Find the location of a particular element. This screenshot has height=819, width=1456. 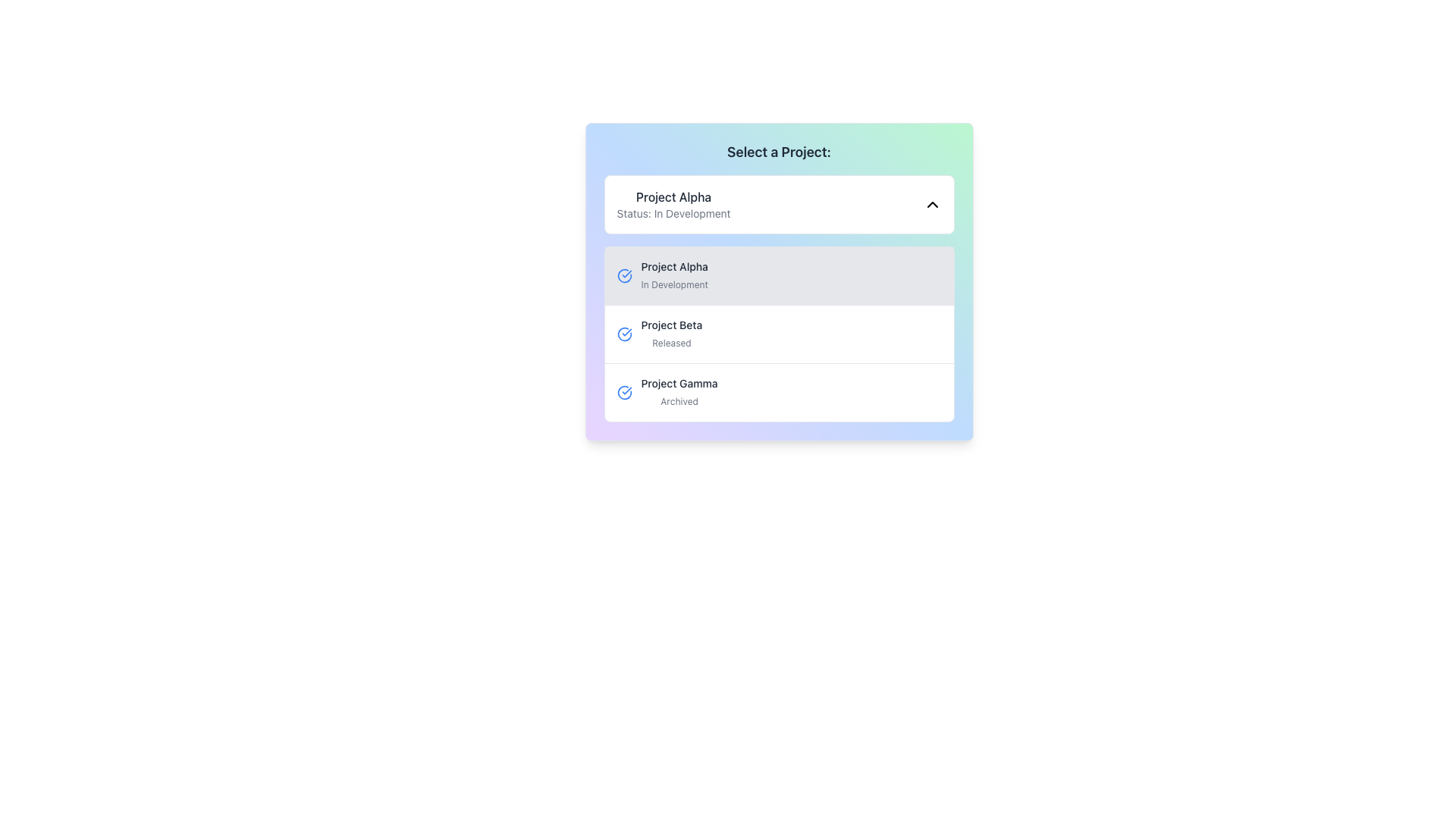

the icon representing the checked or active state for 'Project Alpha' located at the leftmost position of the row labeled 'Project Alpha' and 'In Development' is located at coordinates (624, 275).